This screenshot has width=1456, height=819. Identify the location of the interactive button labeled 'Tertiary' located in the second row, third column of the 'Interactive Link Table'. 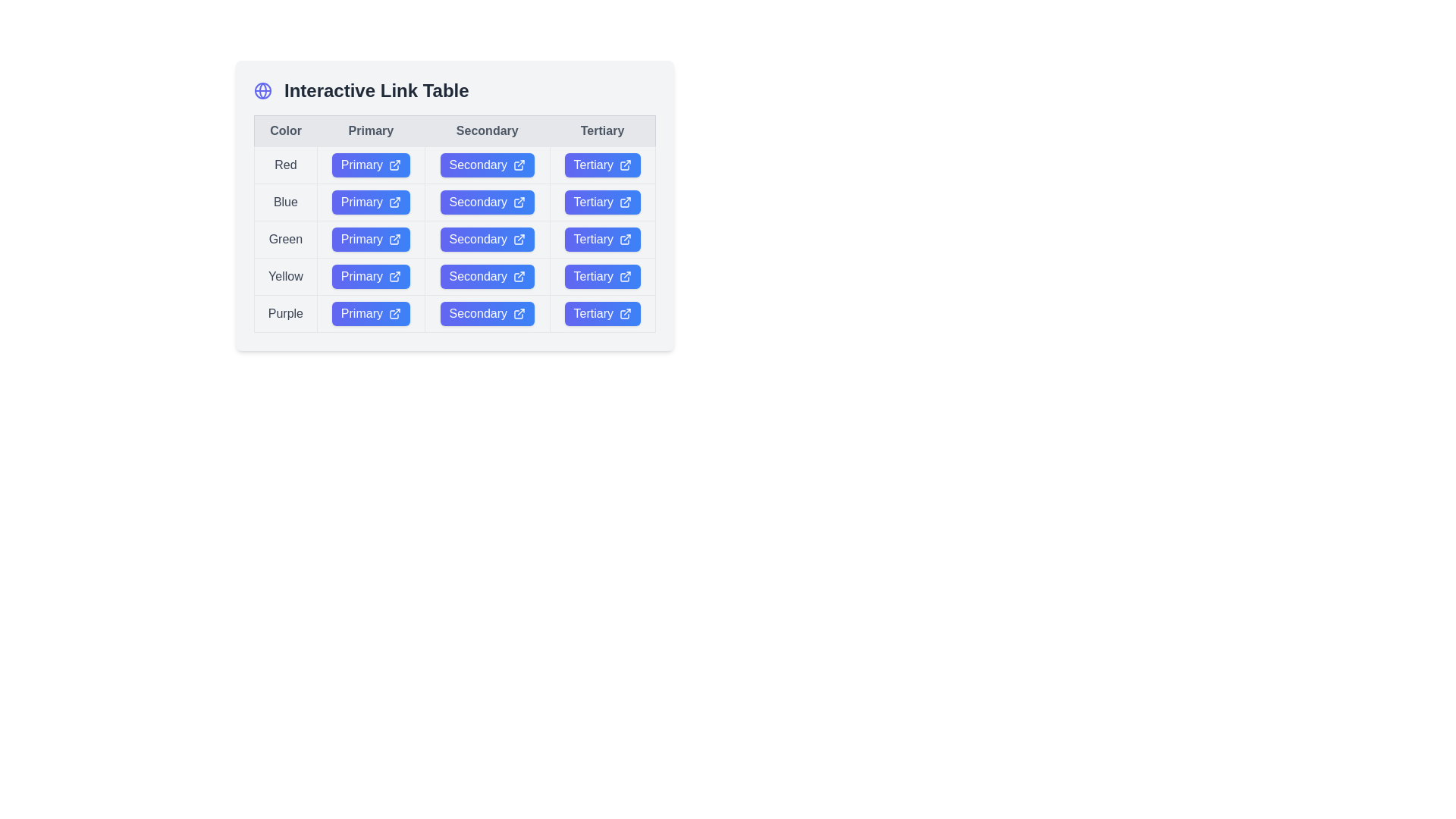
(592, 201).